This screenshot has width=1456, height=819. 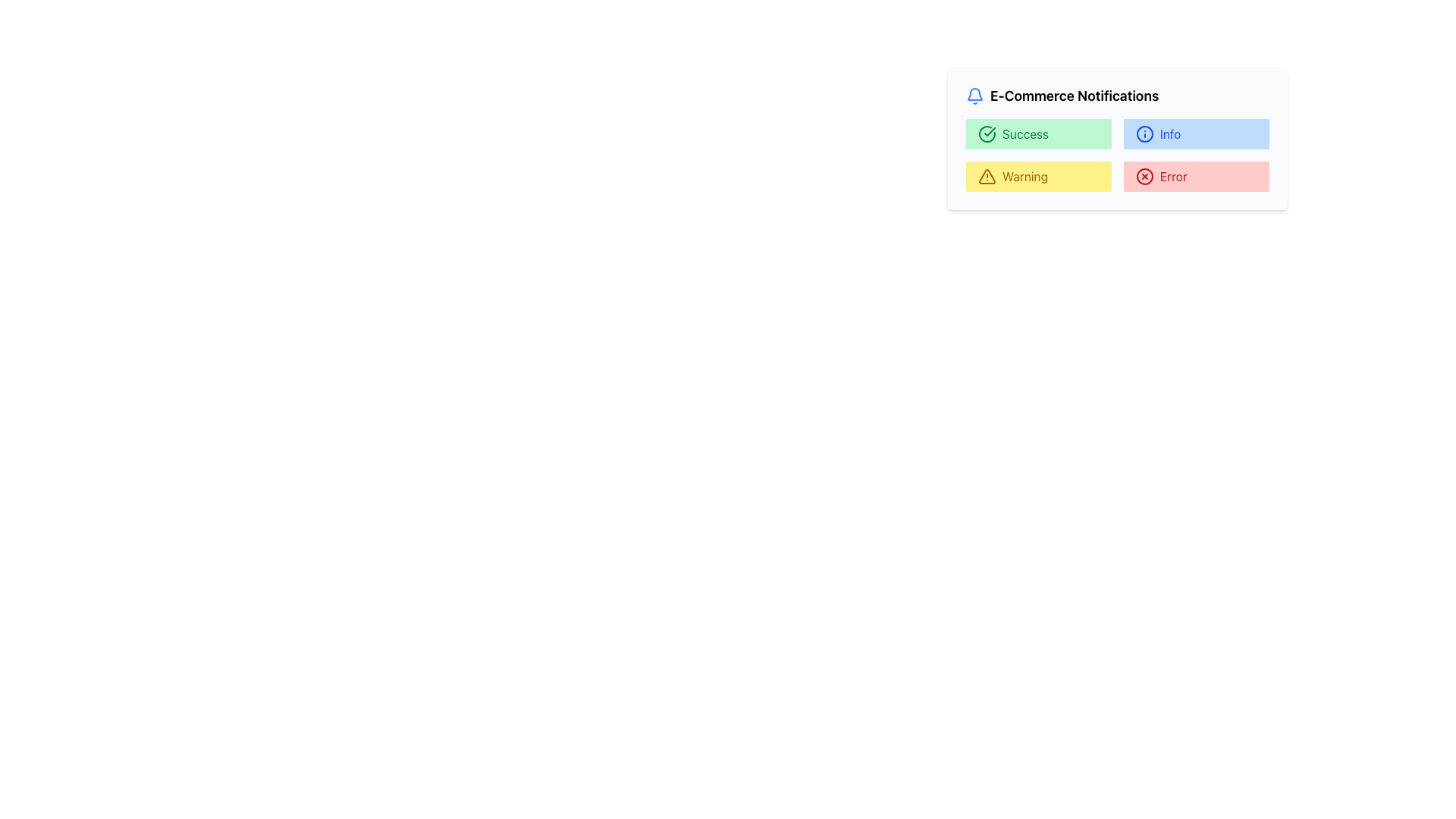 I want to click on the 'Info' text label displayed in blue, which is located inside a light blue rectangular area, and is part of the clickable button labeled 'Info', positioned to the right of the green 'Success' button, so click(x=1169, y=133).